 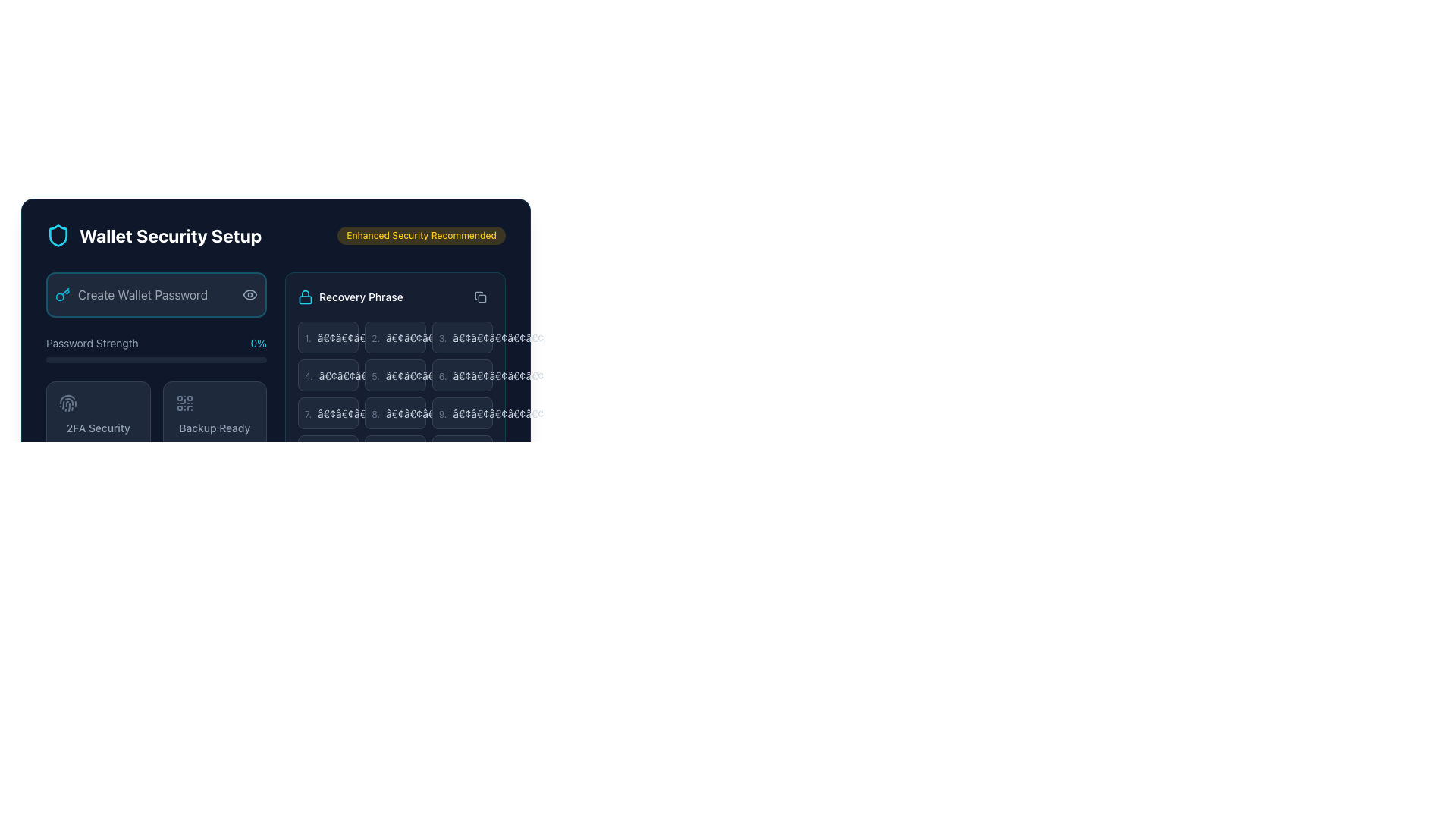 What do you see at coordinates (395, 375) in the screenshot?
I see `label from the rectangular box with a dark background, light border, and containing the number '5.' followed by dots, located in the second row and middle column of a 3-column grid layout` at bounding box center [395, 375].